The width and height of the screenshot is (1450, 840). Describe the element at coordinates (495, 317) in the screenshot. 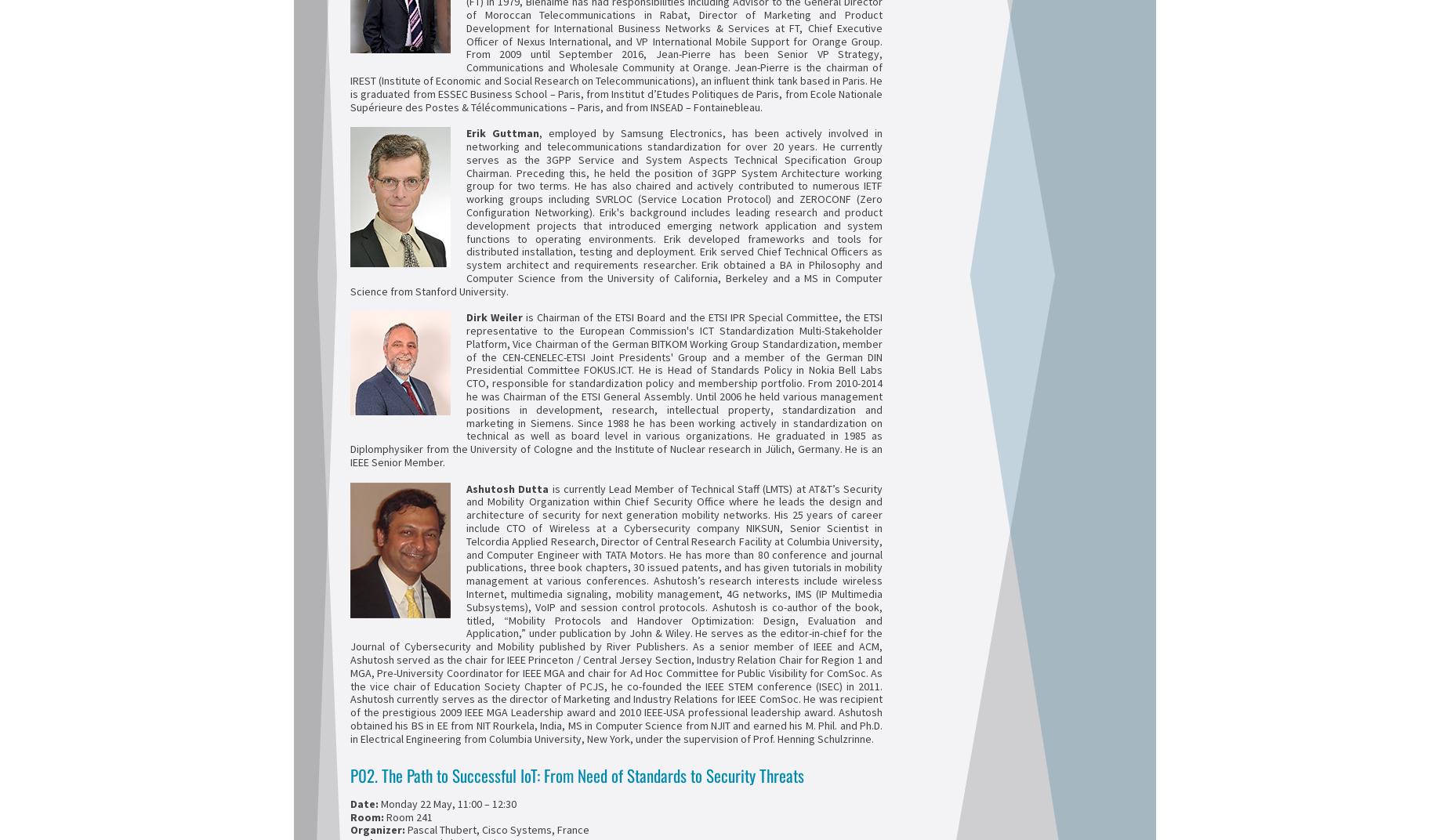

I see `'Dirk Weiler'` at that location.